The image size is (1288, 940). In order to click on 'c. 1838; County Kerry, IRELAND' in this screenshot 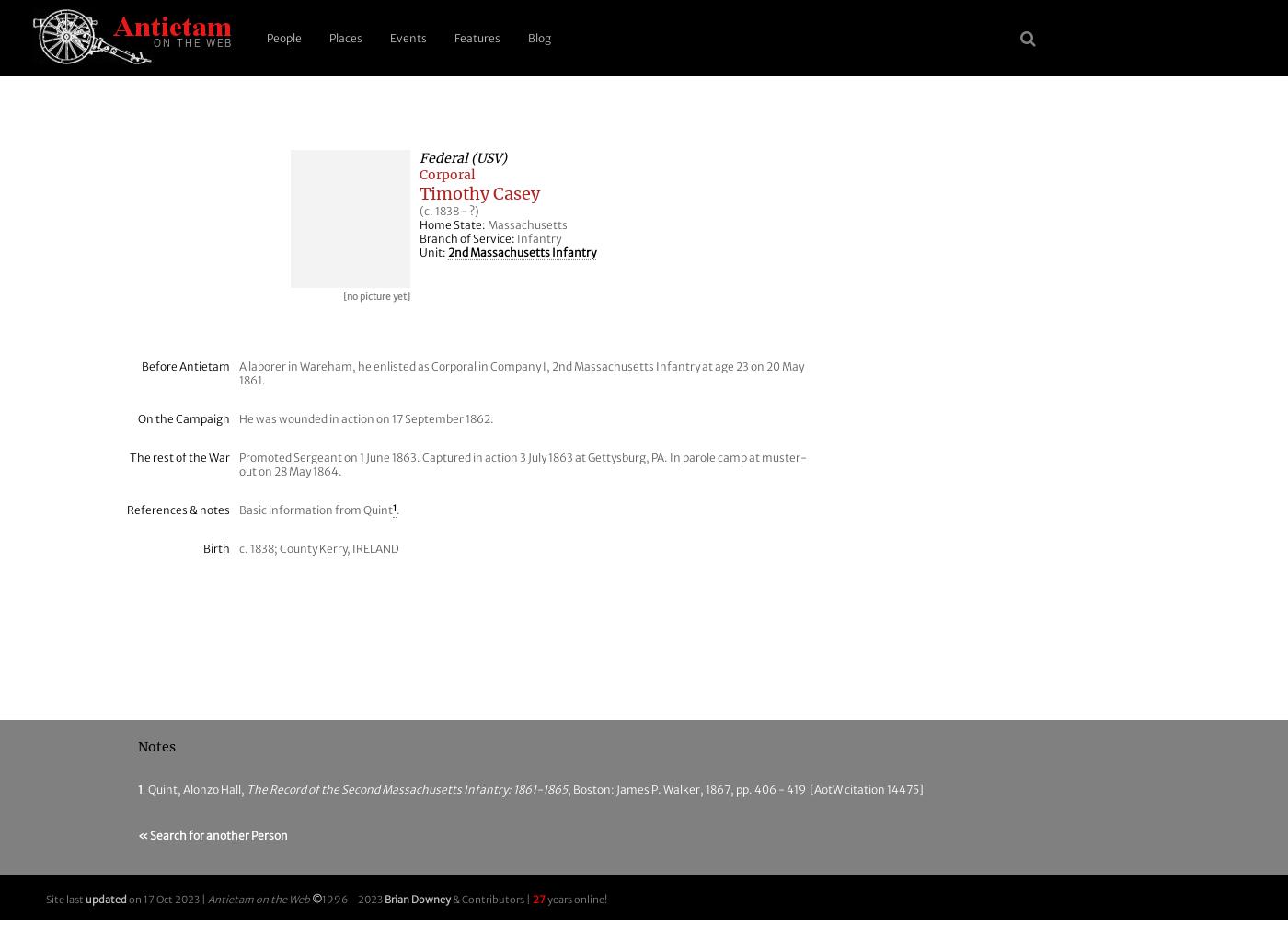, I will do `click(319, 547)`.